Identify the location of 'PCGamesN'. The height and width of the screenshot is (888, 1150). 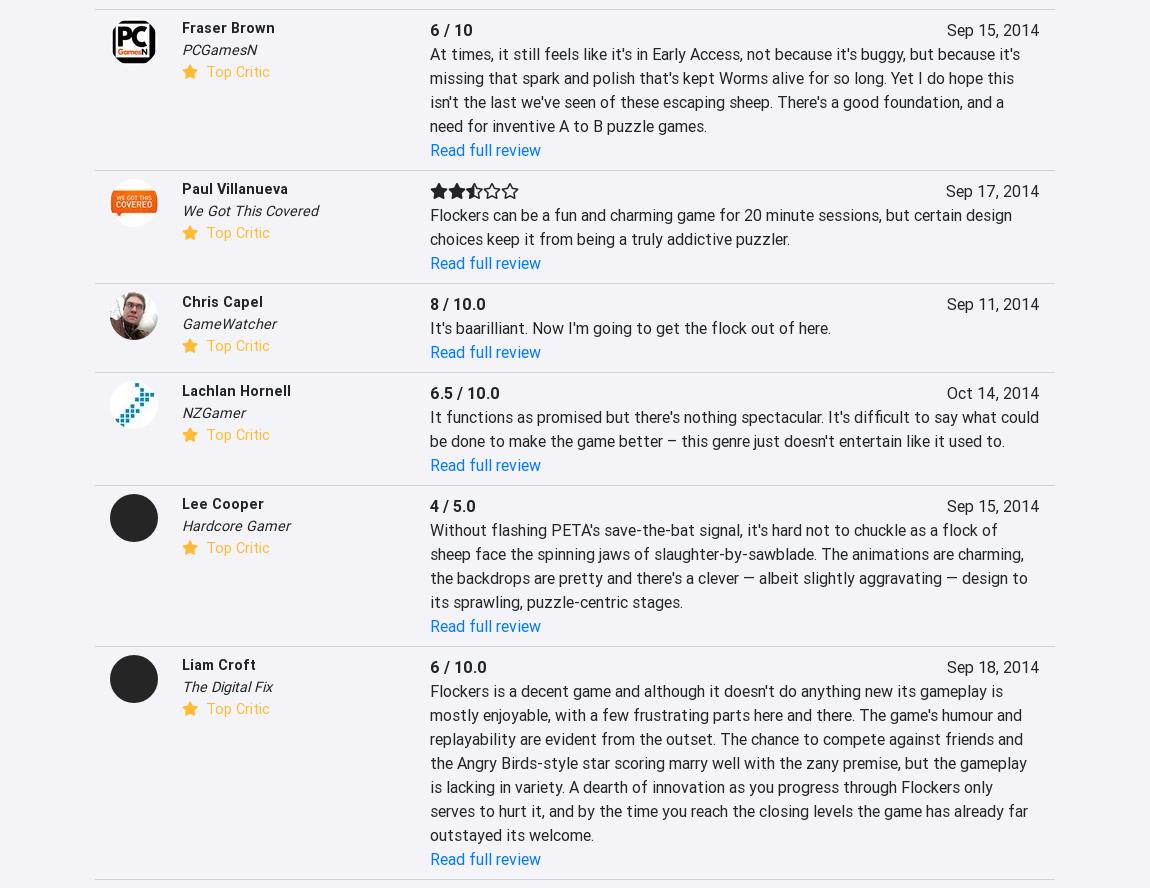
(217, 49).